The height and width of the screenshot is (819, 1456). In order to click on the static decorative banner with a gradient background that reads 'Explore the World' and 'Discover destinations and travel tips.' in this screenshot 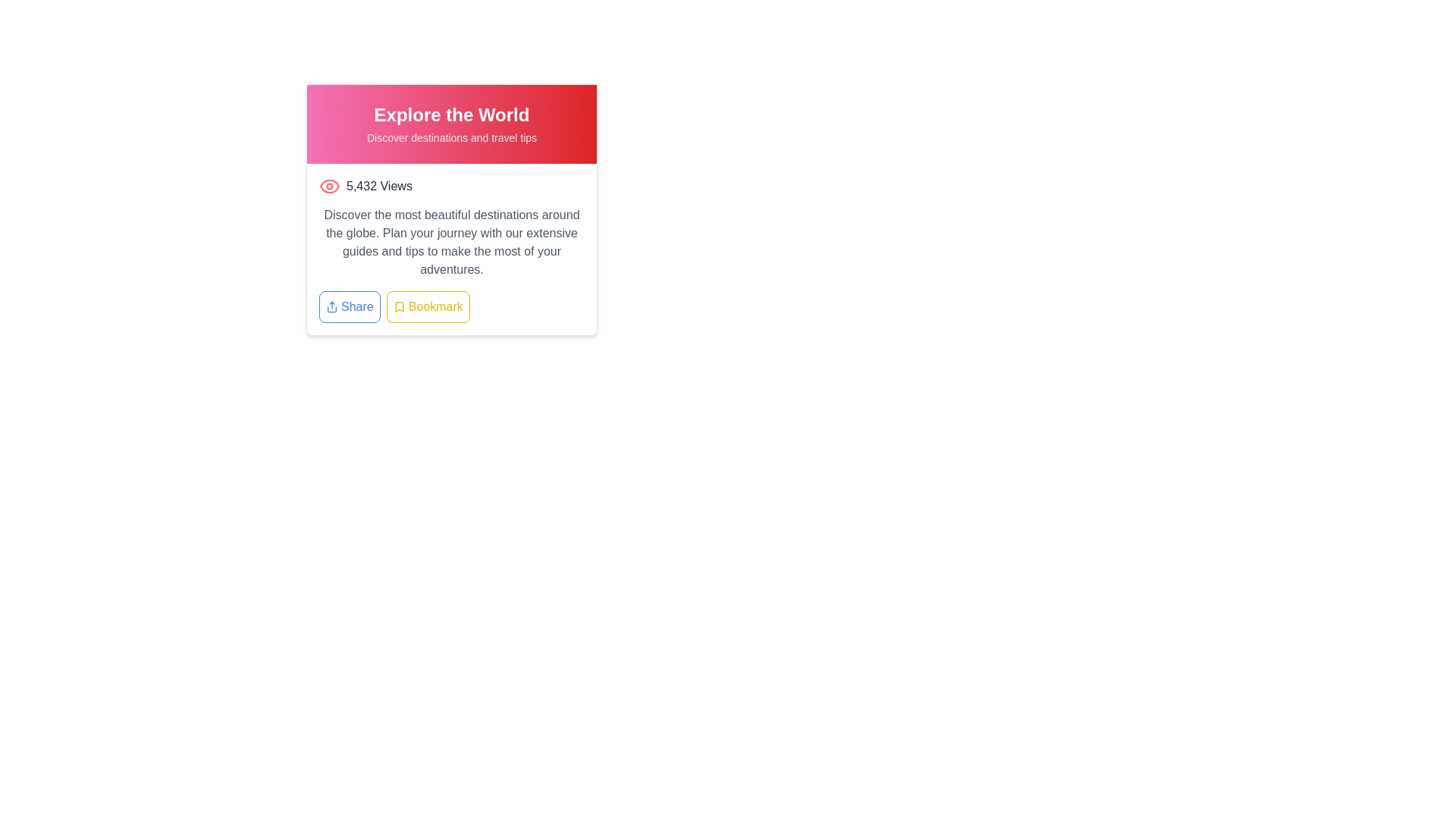, I will do `click(450, 124)`.